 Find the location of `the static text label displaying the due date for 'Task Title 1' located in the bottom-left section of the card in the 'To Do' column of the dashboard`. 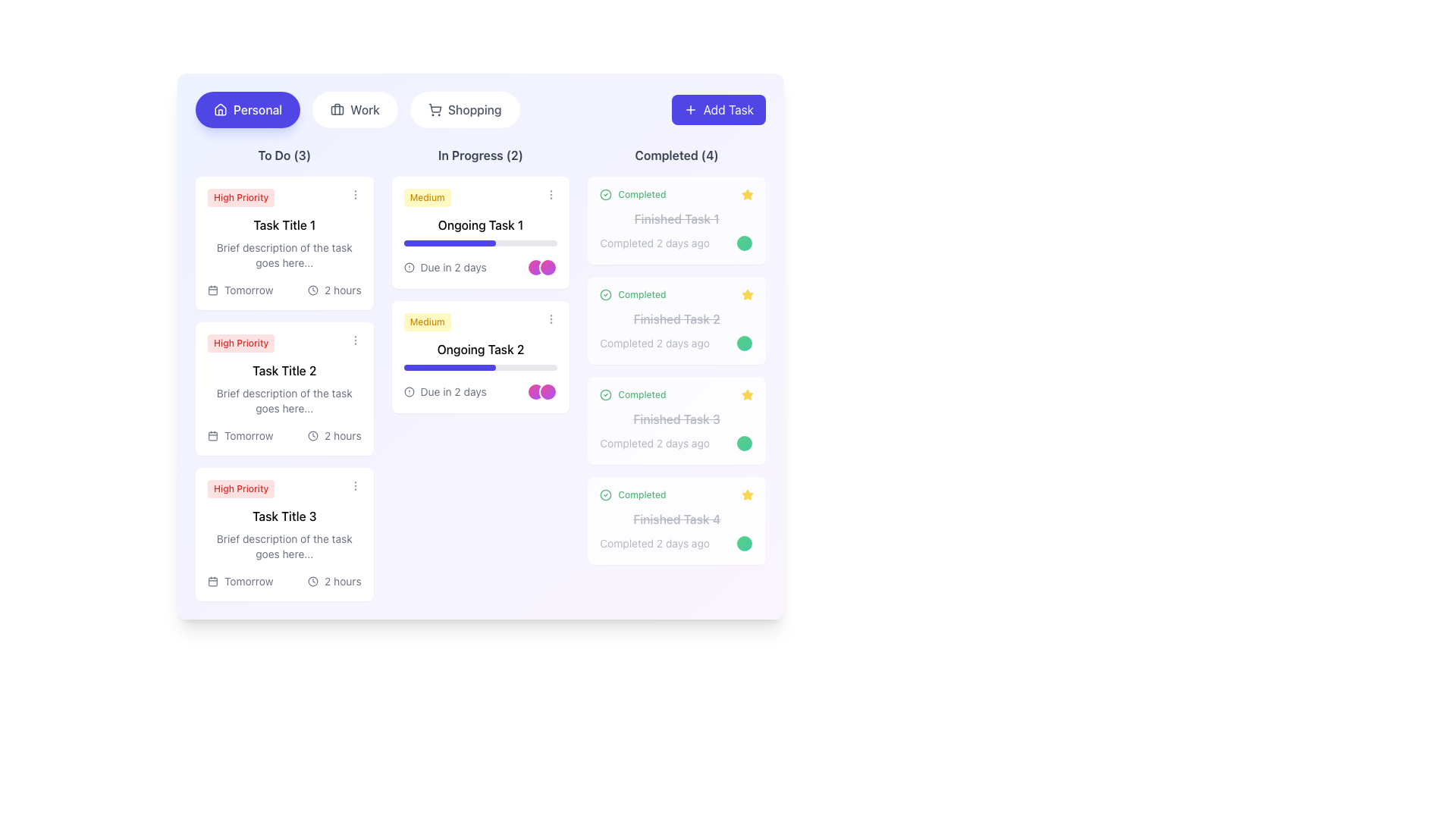

the static text label displaying the due date for 'Task Title 1' located in the bottom-left section of the card in the 'To Do' column of the dashboard is located at coordinates (249, 290).